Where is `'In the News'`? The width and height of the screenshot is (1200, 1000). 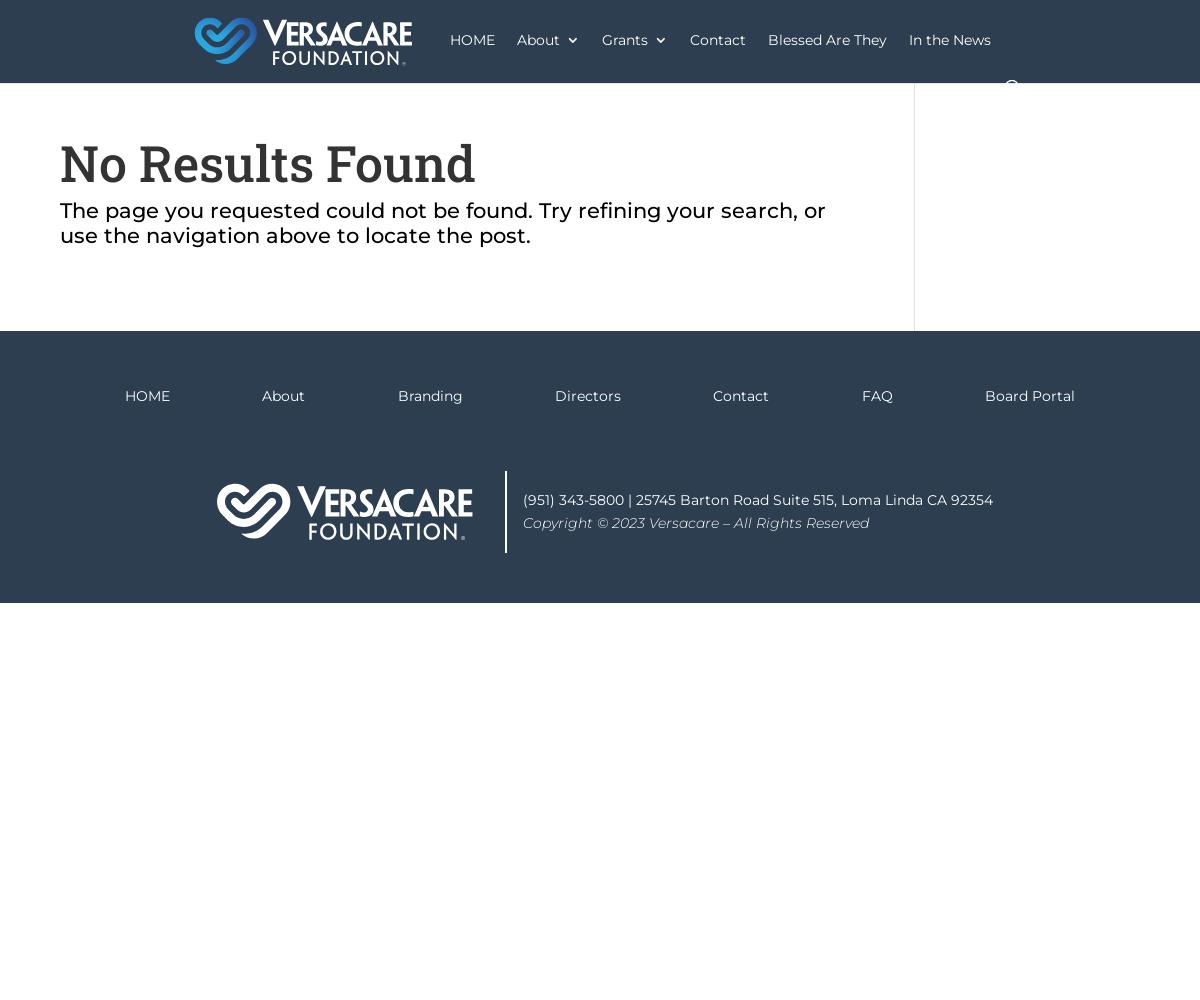 'In the News' is located at coordinates (950, 40).